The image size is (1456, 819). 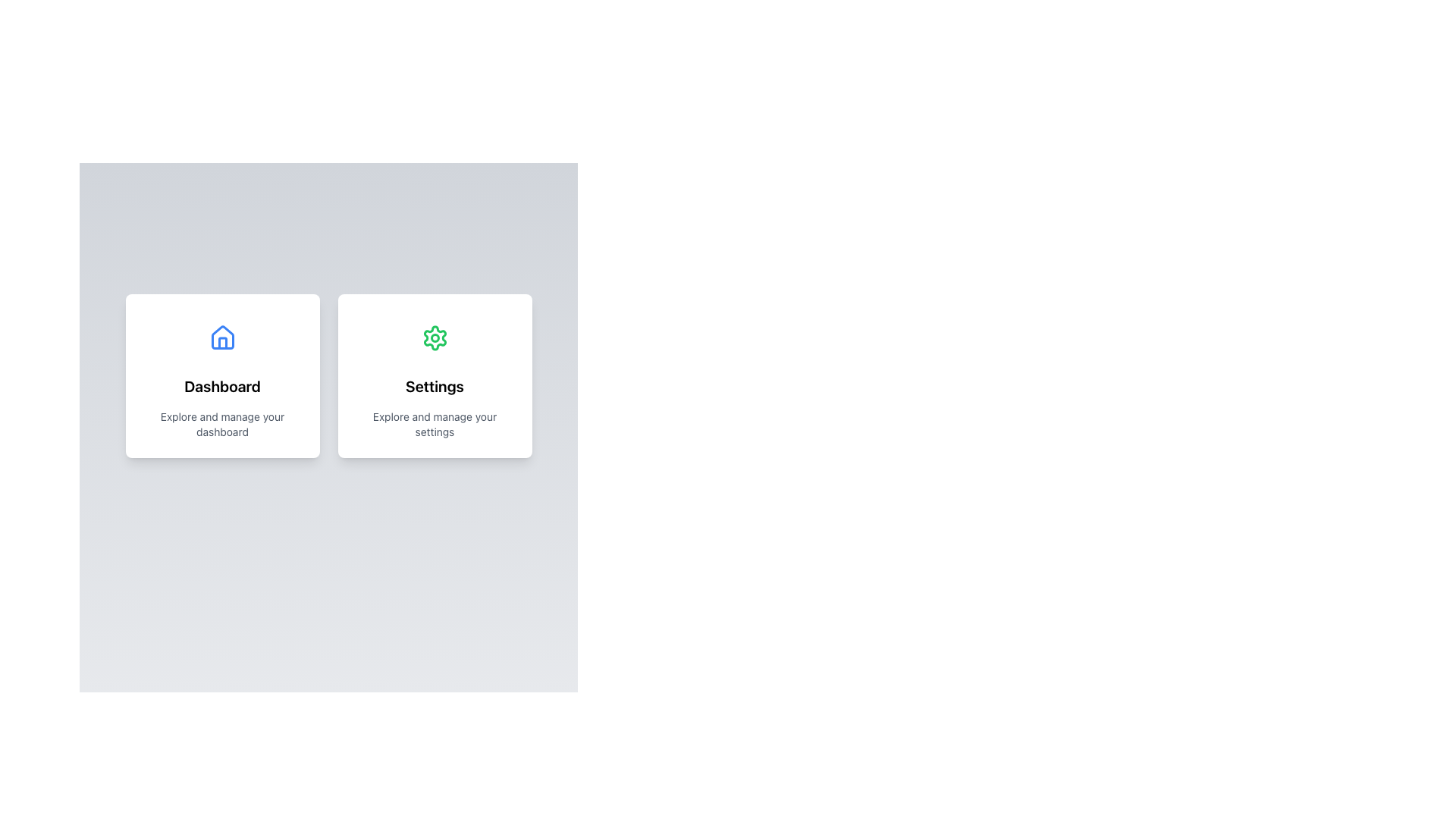 What do you see at coordinates (434, 424) in the screenshot?
I see `text label that says 'Explore and manage your settings', which is styled with a small font size and gray color, located within the 'Settings' card component` at bounding box center [434, 424].